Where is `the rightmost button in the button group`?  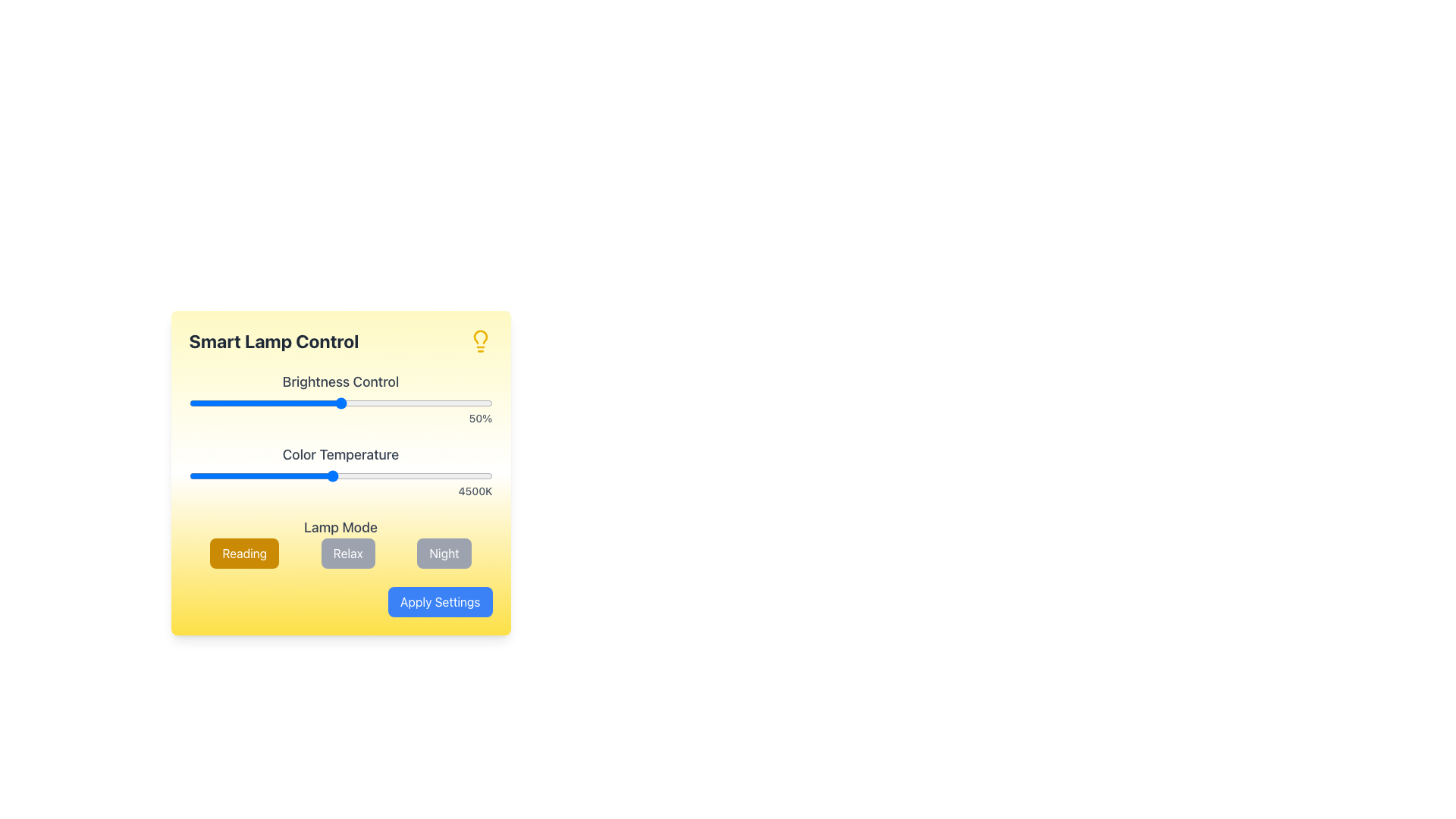 the rightmost button in the button group is located at coordinates (443, 553).